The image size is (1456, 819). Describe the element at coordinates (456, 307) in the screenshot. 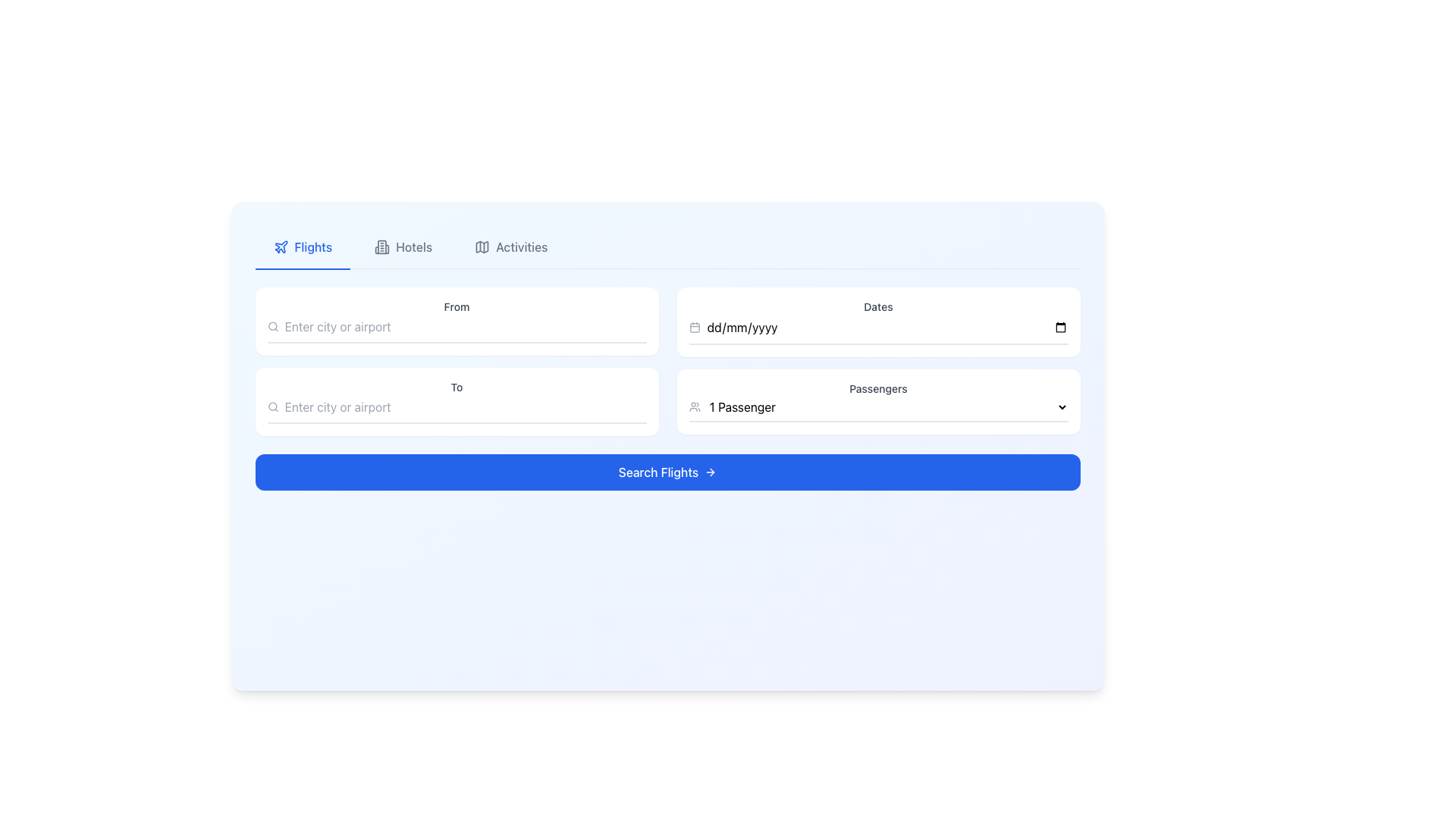

I see `the text label element that indicates the purpose of the input field for entering a departure location, positioned above the search input field` at that location.